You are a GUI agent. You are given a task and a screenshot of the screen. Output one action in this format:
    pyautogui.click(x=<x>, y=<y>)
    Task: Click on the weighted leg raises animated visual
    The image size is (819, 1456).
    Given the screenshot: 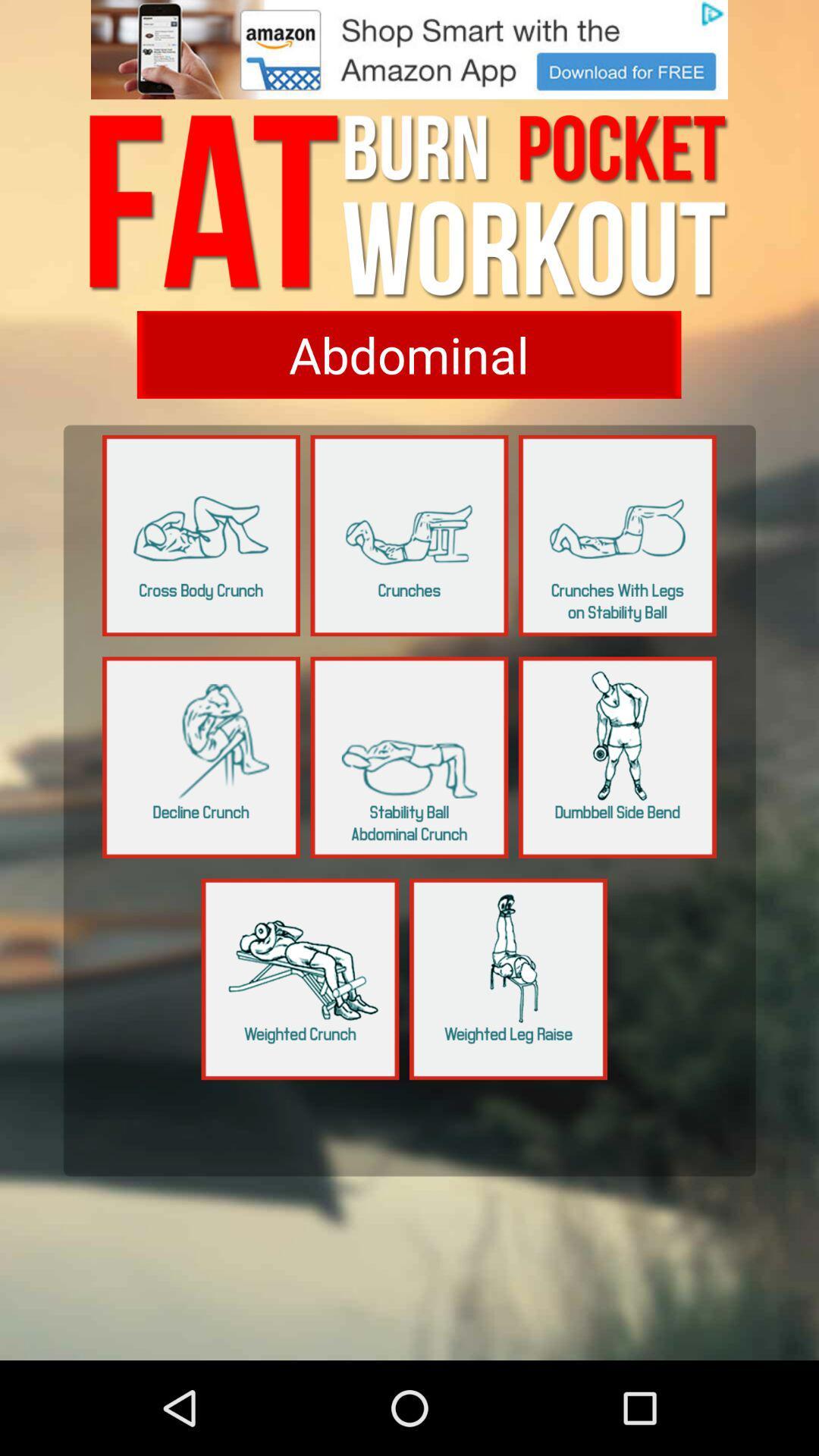 What is the action you would take?
    pyautogui.click(x=508, y=979)
    